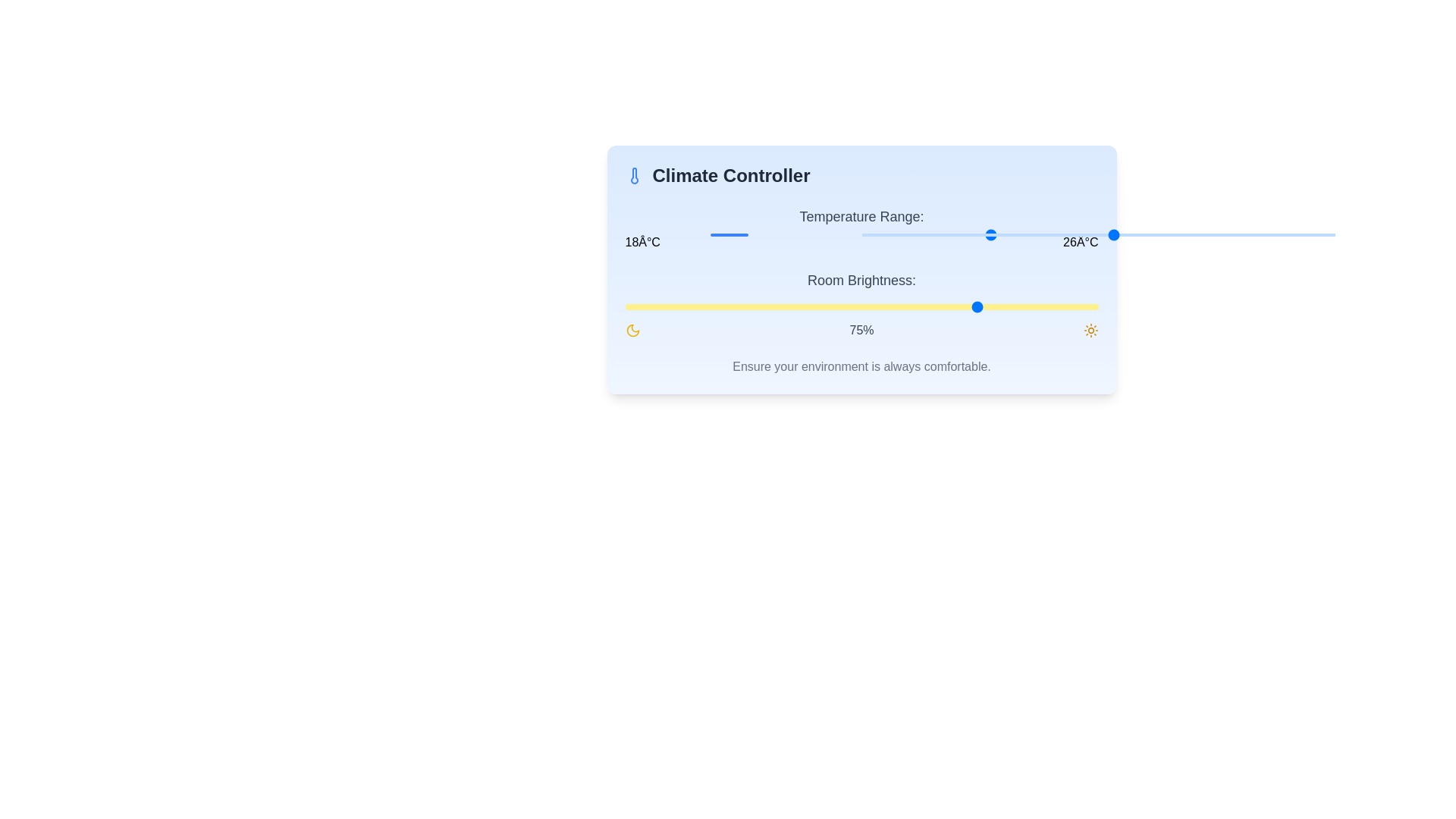  What do you see at coordinates (731, 174) in the screenshot?
I see `label that serves as the title for the climate control section, located to the right of the thermometer icon in the header section of the card` at bounding box center [731, 174].